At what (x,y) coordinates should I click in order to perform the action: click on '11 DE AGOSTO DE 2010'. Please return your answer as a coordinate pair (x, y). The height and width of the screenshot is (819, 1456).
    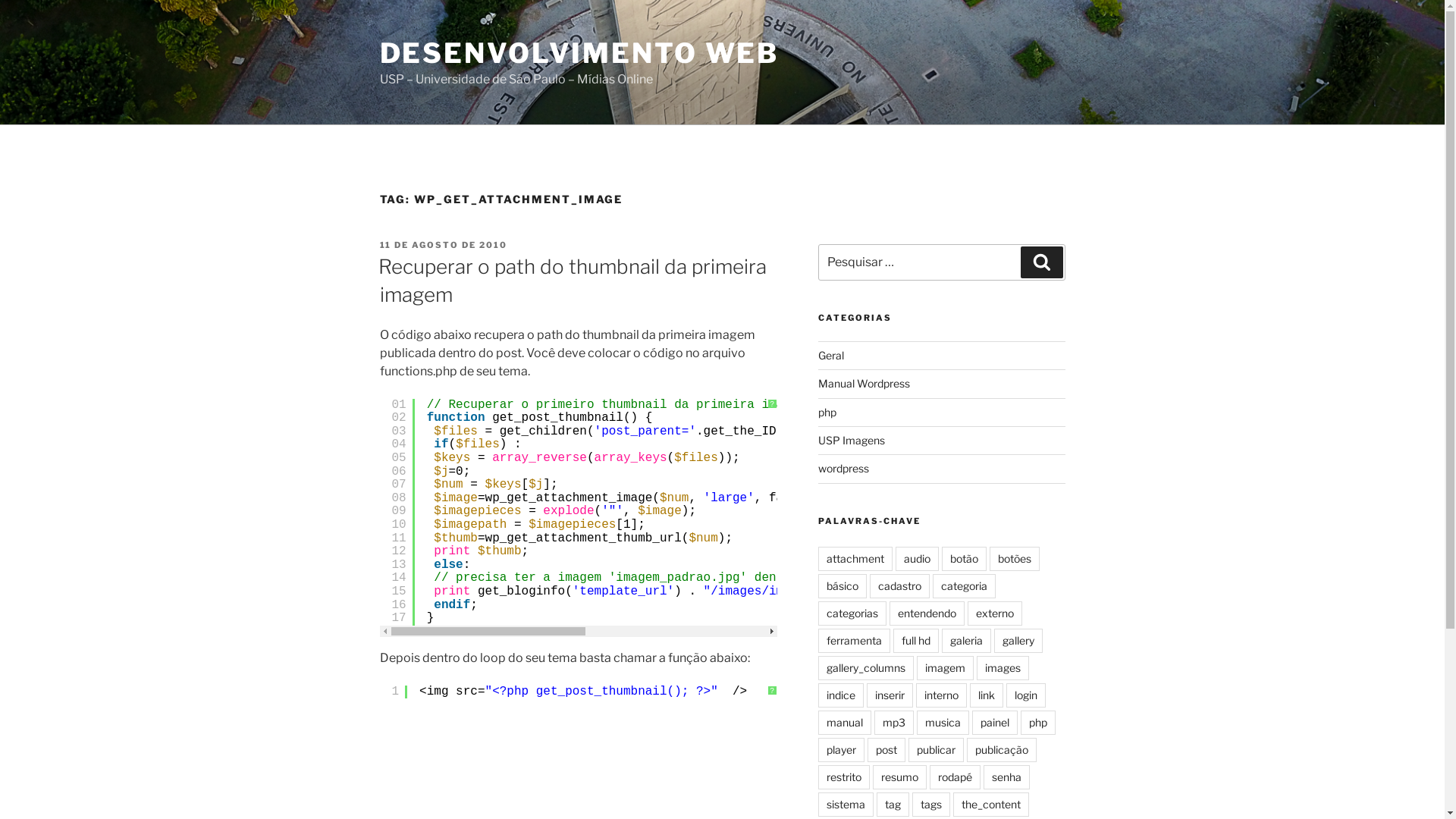
    Looking at the image, I should click on (378, 244).